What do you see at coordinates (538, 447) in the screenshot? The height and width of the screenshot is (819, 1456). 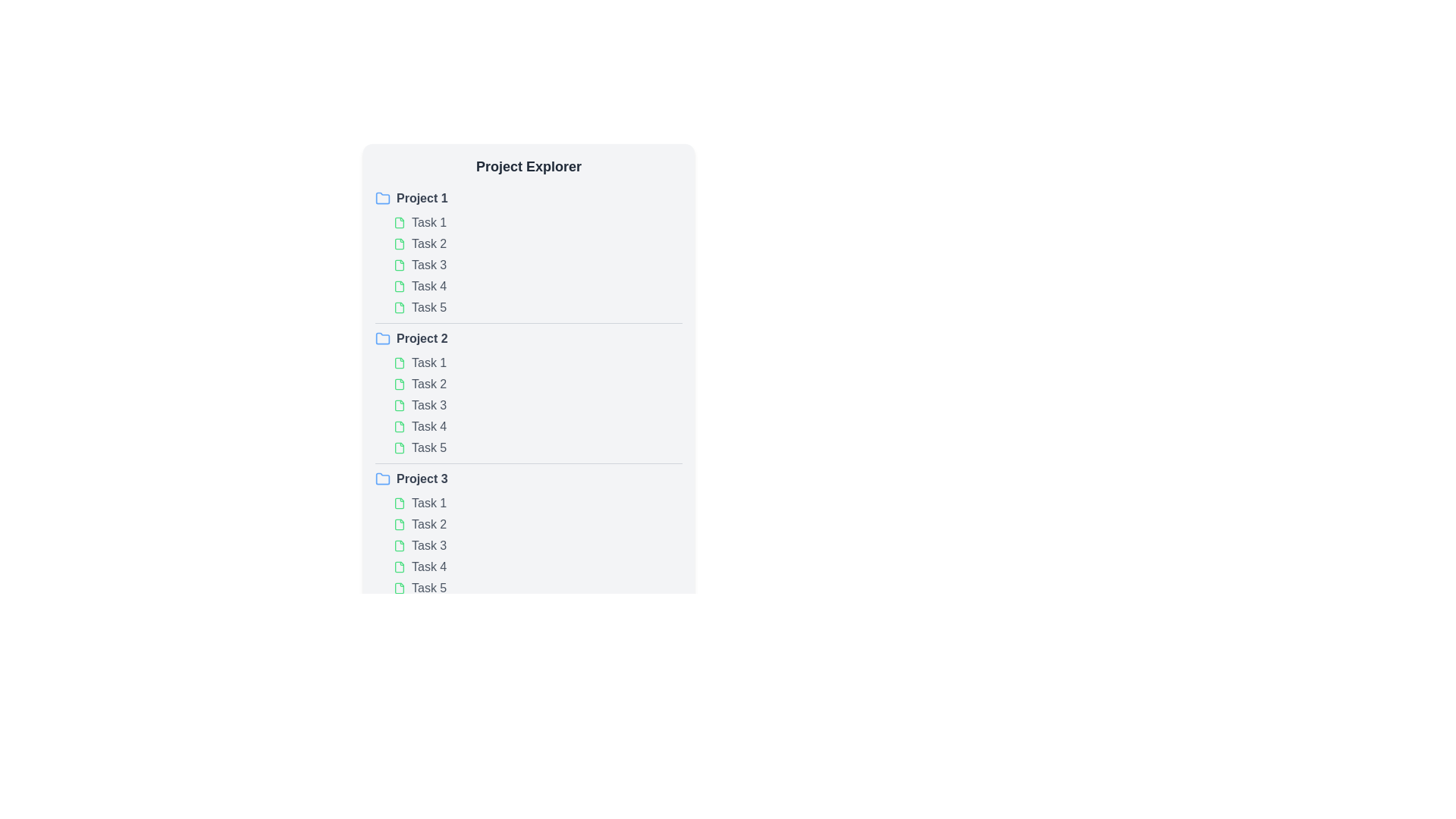 I see `the list item element representing 'Task 5' under 'Project 2'` at bounding box center [538, 447].